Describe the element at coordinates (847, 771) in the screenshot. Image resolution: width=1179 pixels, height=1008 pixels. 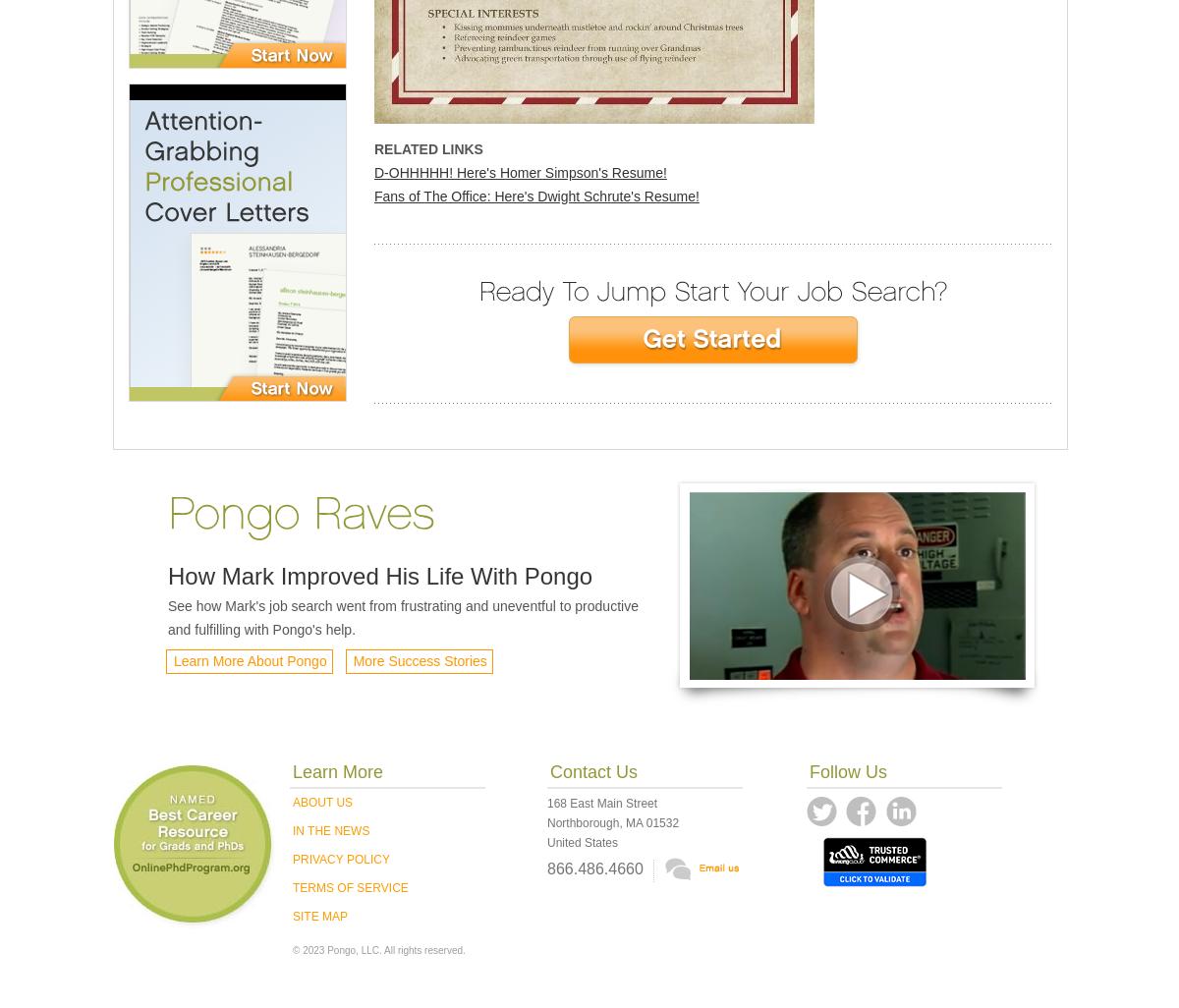
I see `'Follow Us'` at that location.